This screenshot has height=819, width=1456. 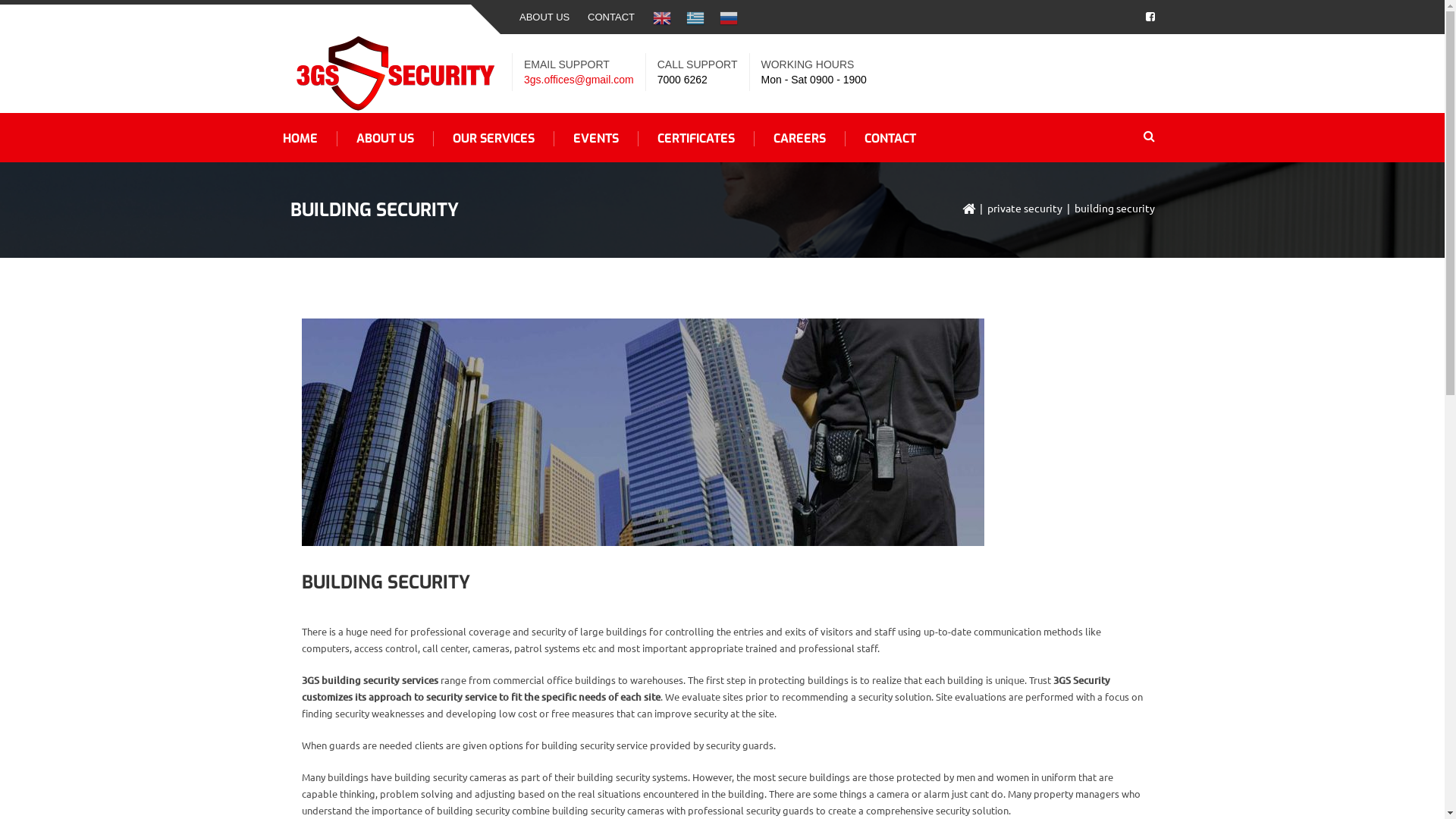 I want to click on 'CAREERS', so click(x=799, y=138).